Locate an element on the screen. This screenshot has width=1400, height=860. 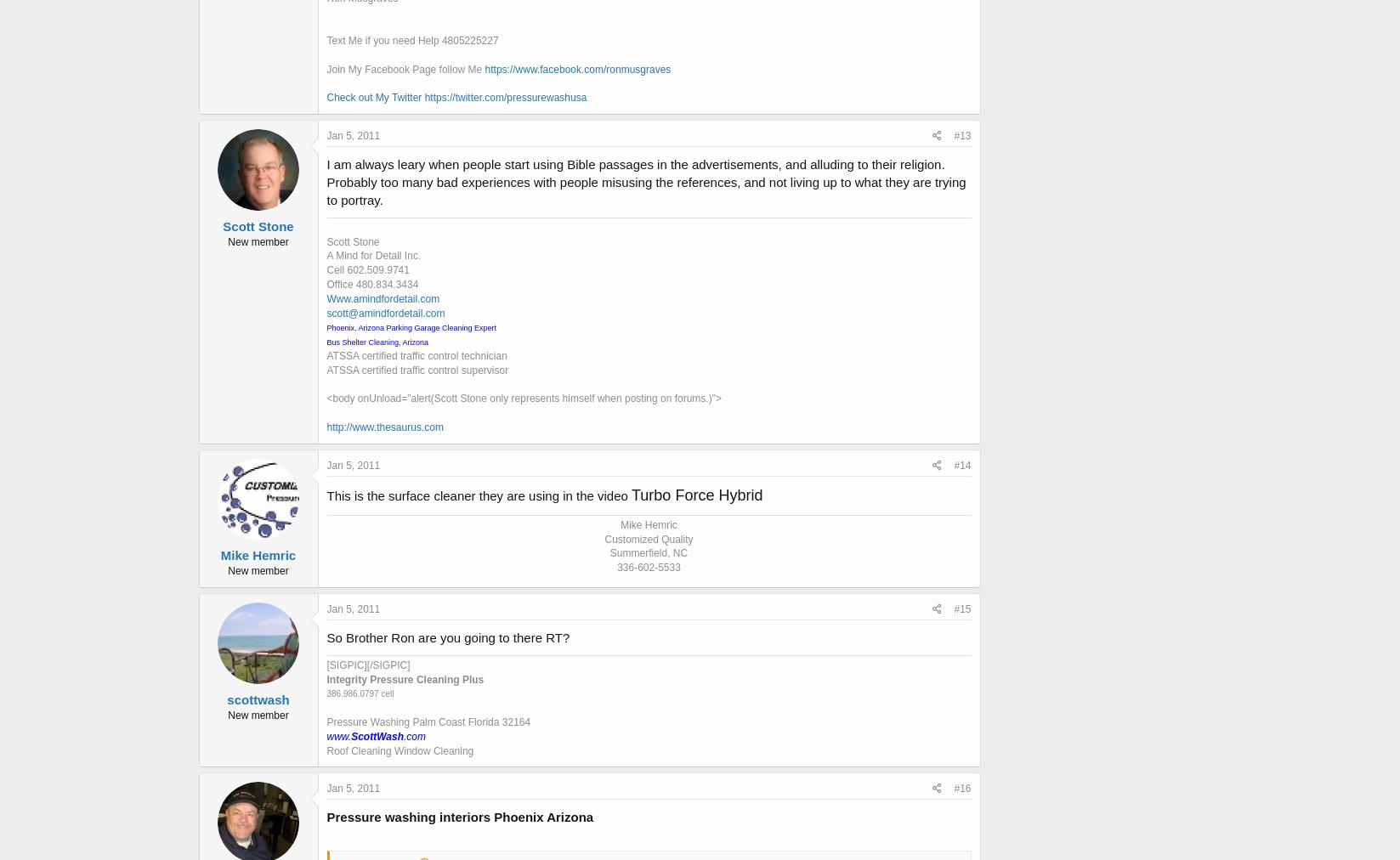
'[SIGPIC][/SIGPIC]' is located at coordinates (367, 663).